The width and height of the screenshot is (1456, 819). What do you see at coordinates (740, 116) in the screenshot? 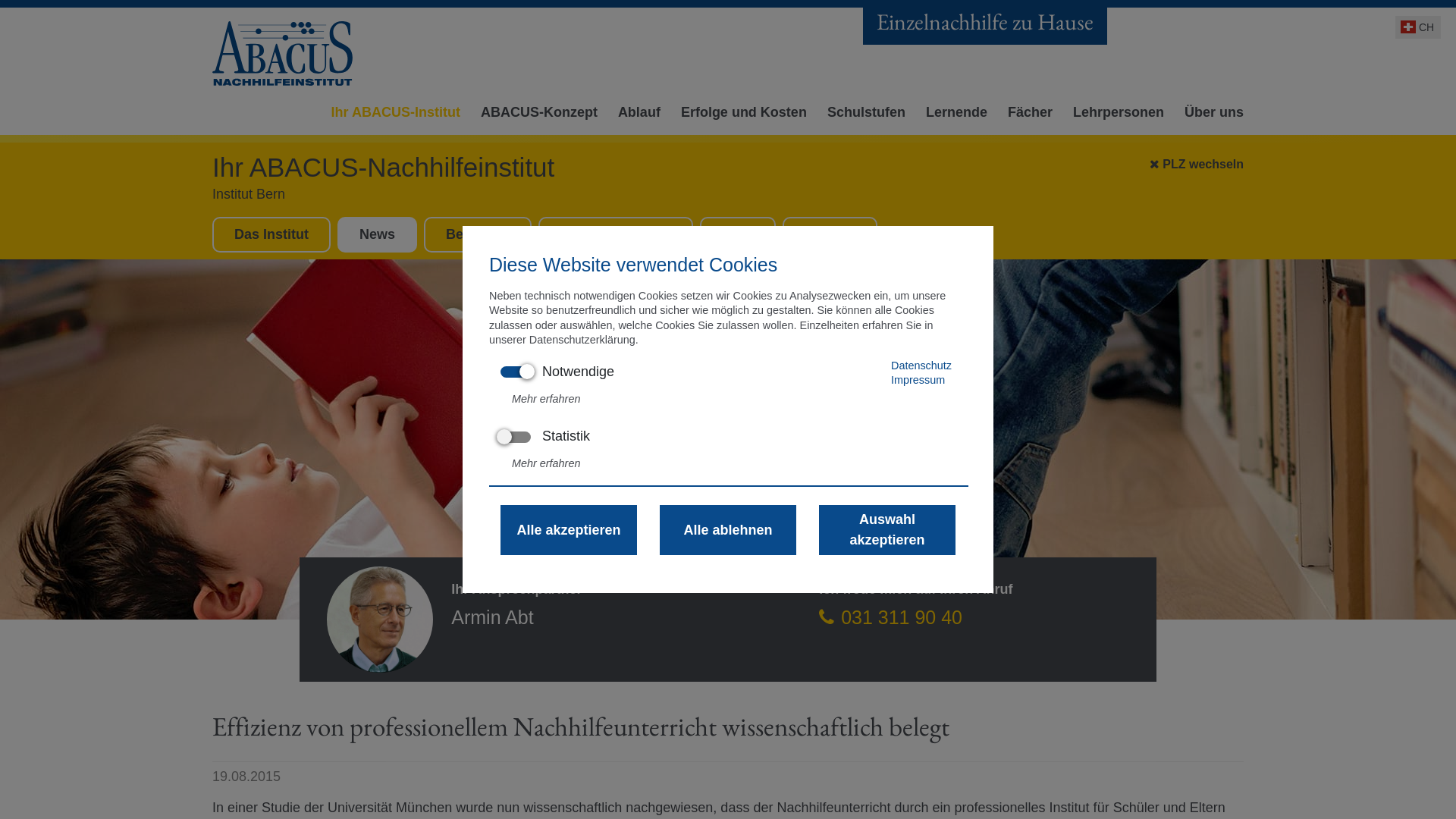
I see `'Erfolge und Kosten'` at bounding box center [740, 116].